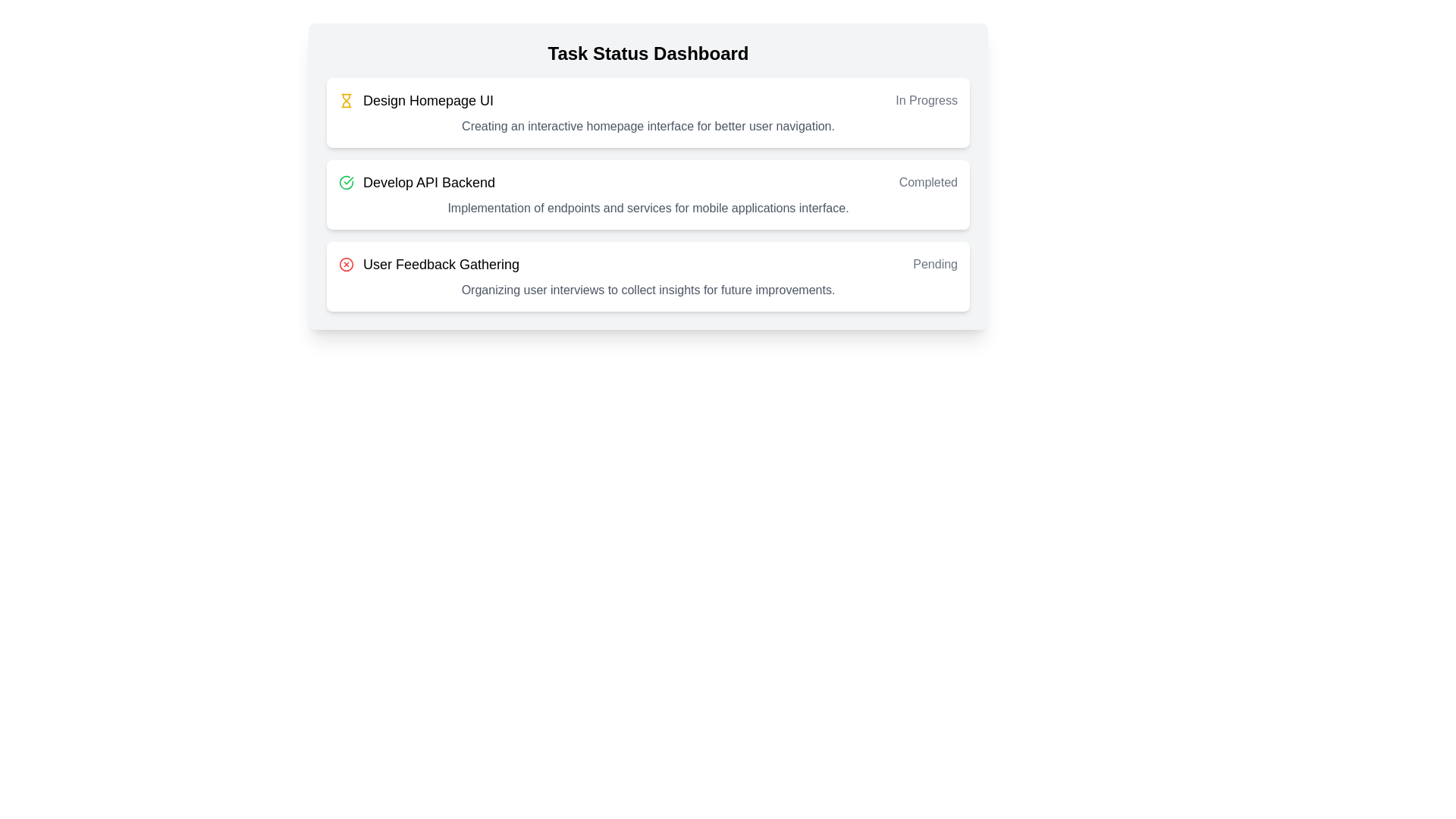  Describe the element at coordinates (648, 112) in the screenshot. I see `information provided on the Informative Card titled 'Design Homepage UI' which is the first card in the 'Task Status Dashboard' section` at that location.